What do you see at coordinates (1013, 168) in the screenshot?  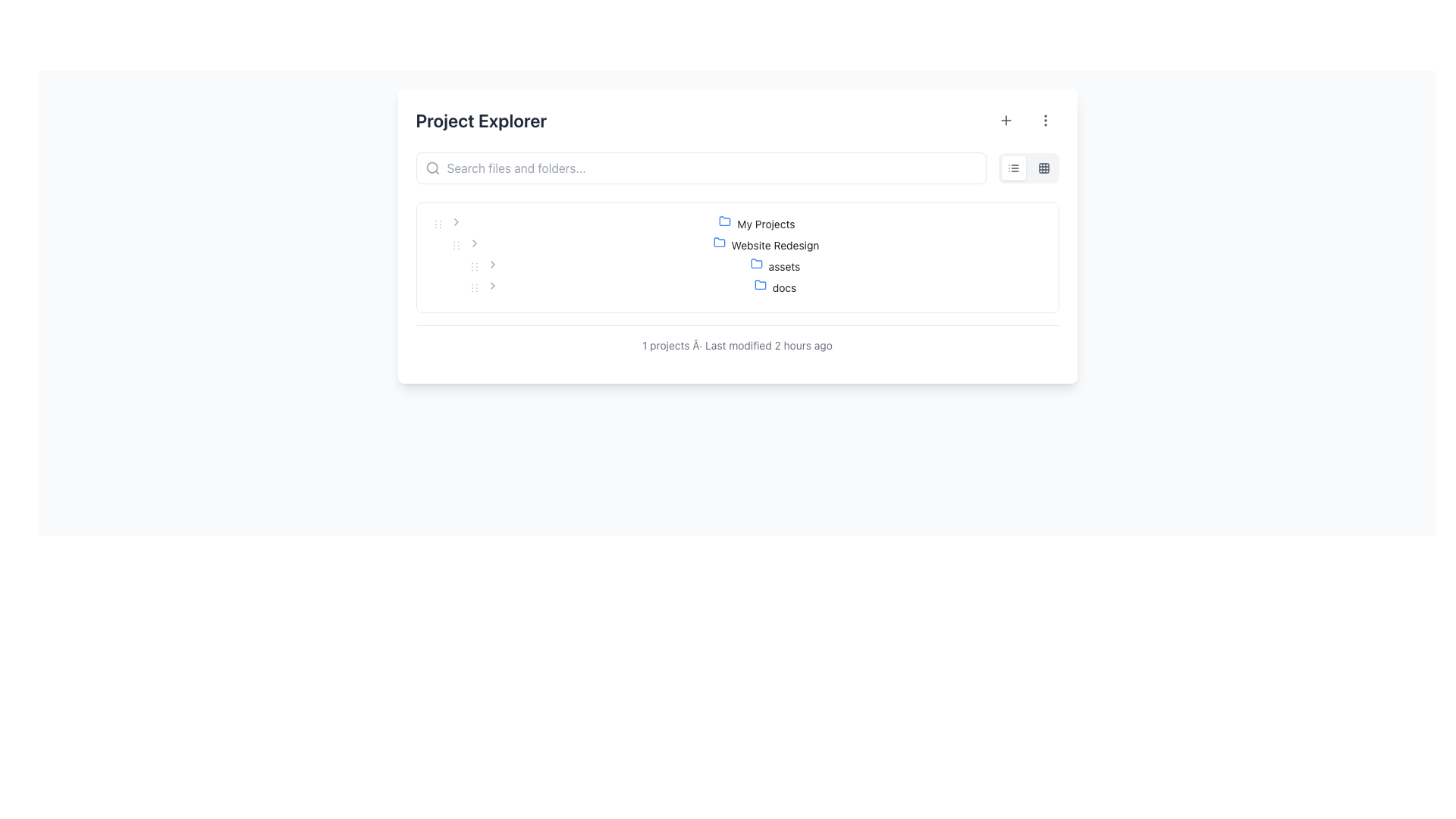 I see `the button that toggles the list view for displayed content located in the toolbar section on the top right of the interface, adjacent to a grid button` at bounding box center [1013, 168].